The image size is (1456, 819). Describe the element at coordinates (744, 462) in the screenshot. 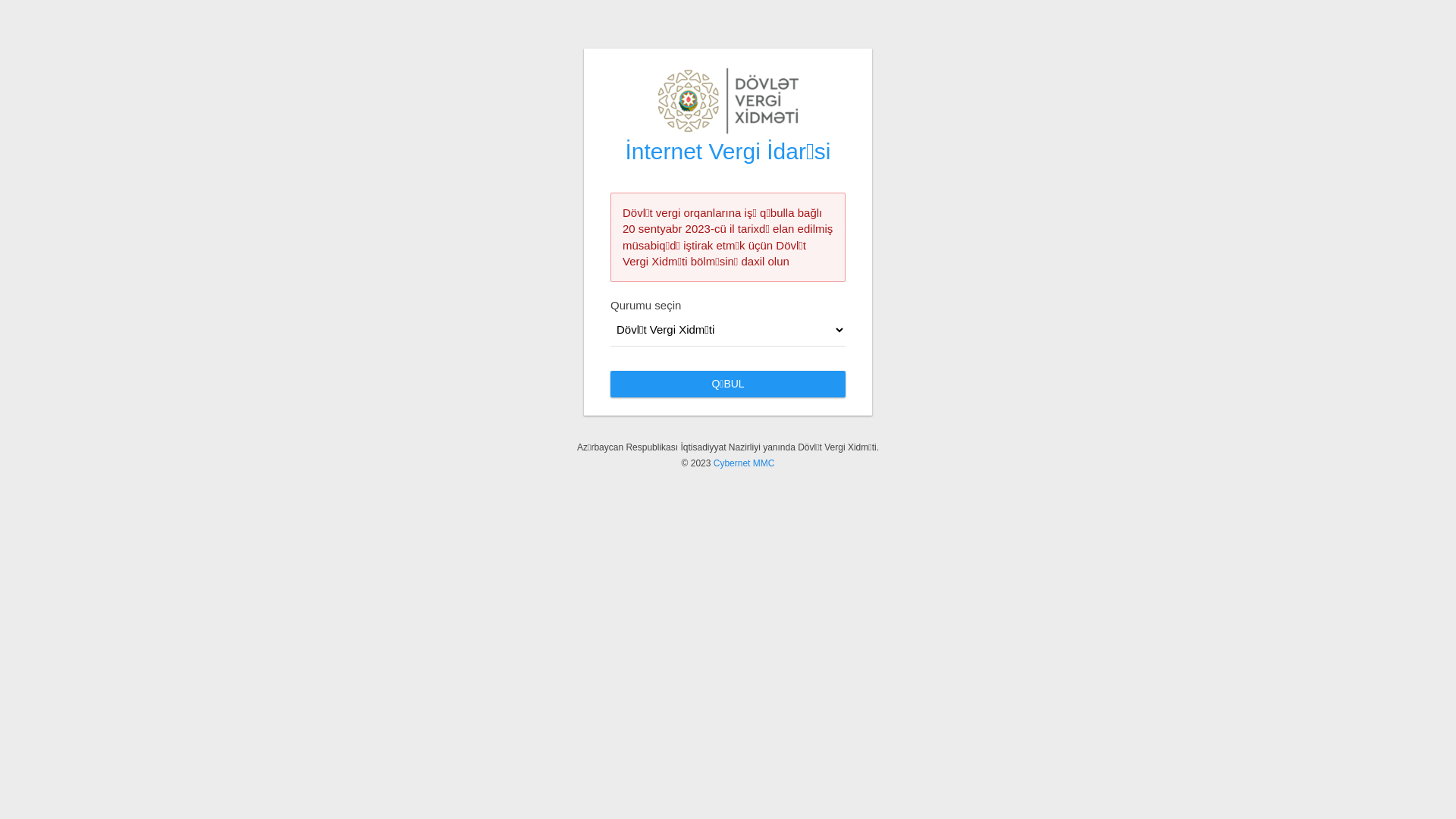

I see `'Cybernet MMC'` at that location.